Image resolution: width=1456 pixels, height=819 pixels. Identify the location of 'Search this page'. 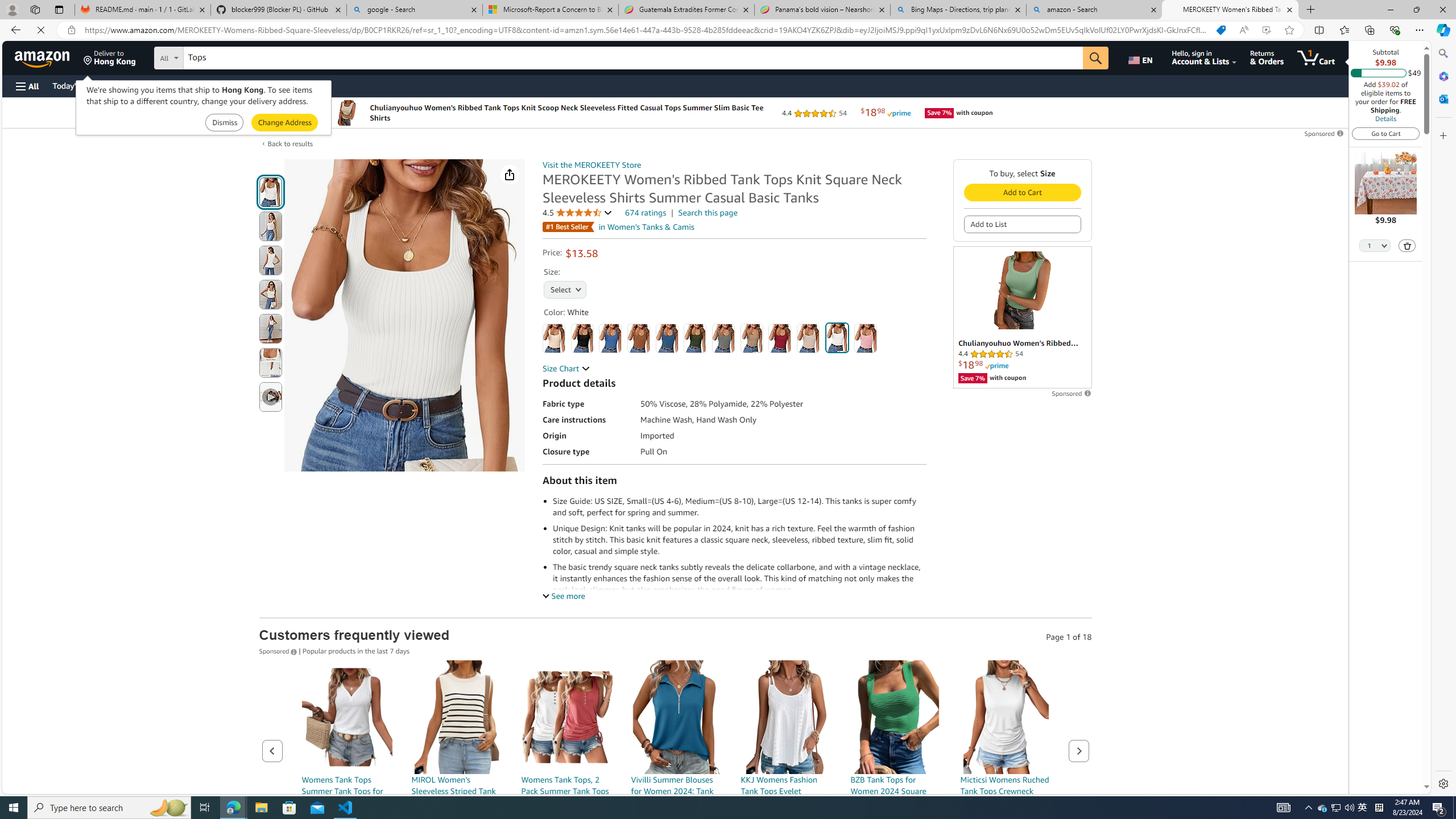
(708, 213).